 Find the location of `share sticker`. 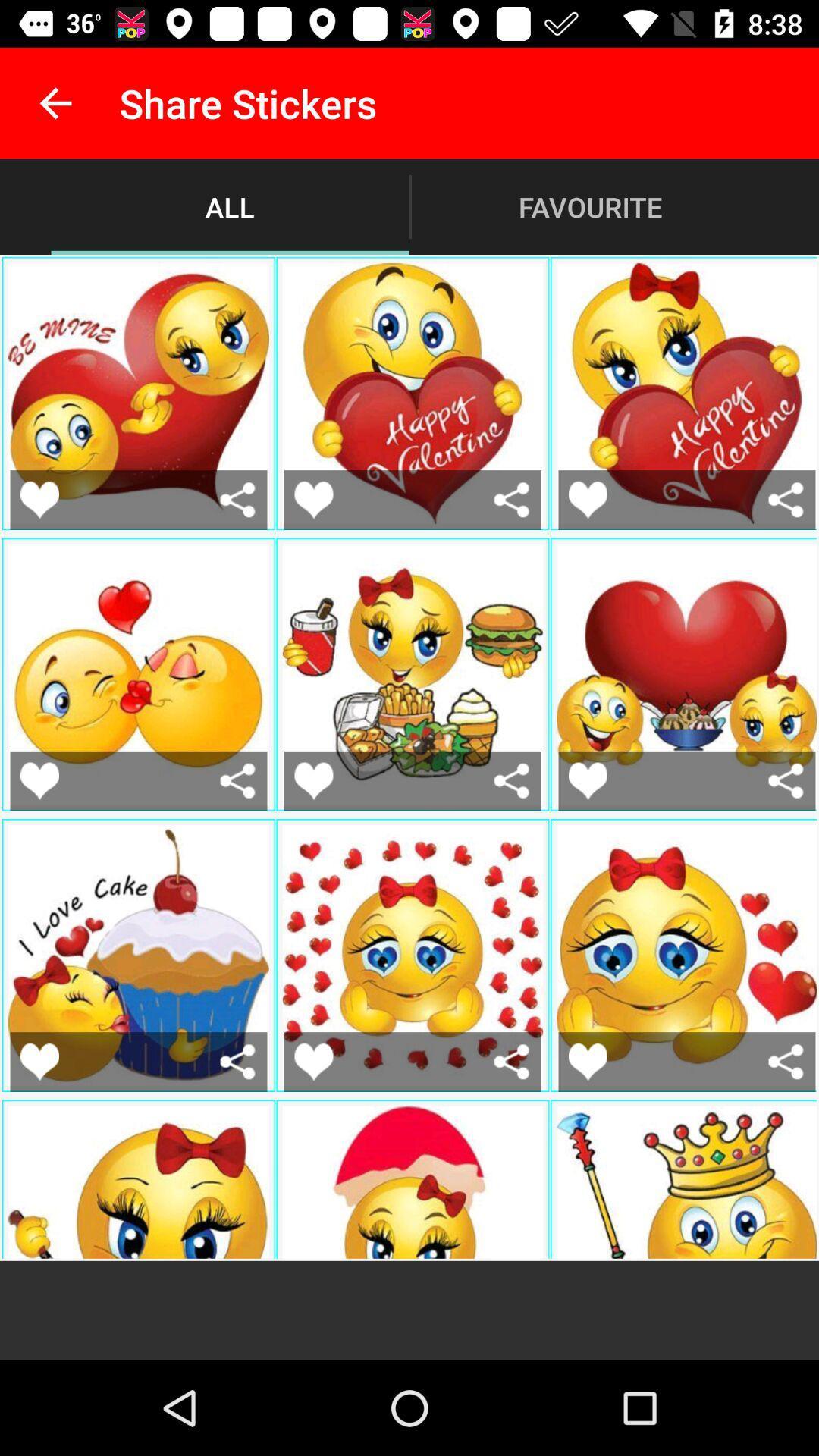

share sticker is located at coordinates (512, 780).